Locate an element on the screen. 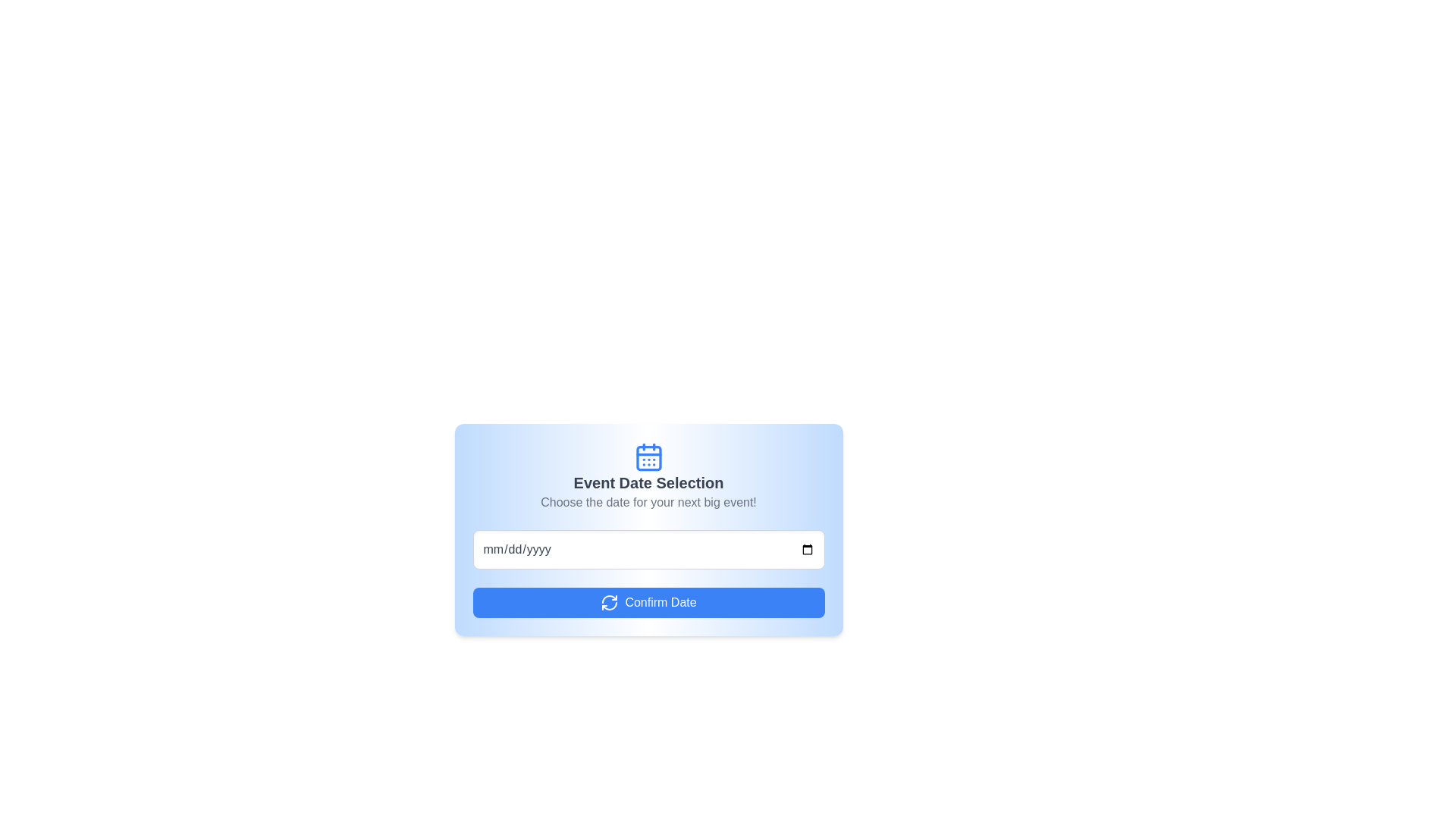  the small square within the calendar icon located above the main title 'Event Date Selection' is located at coordinates (648, 457).